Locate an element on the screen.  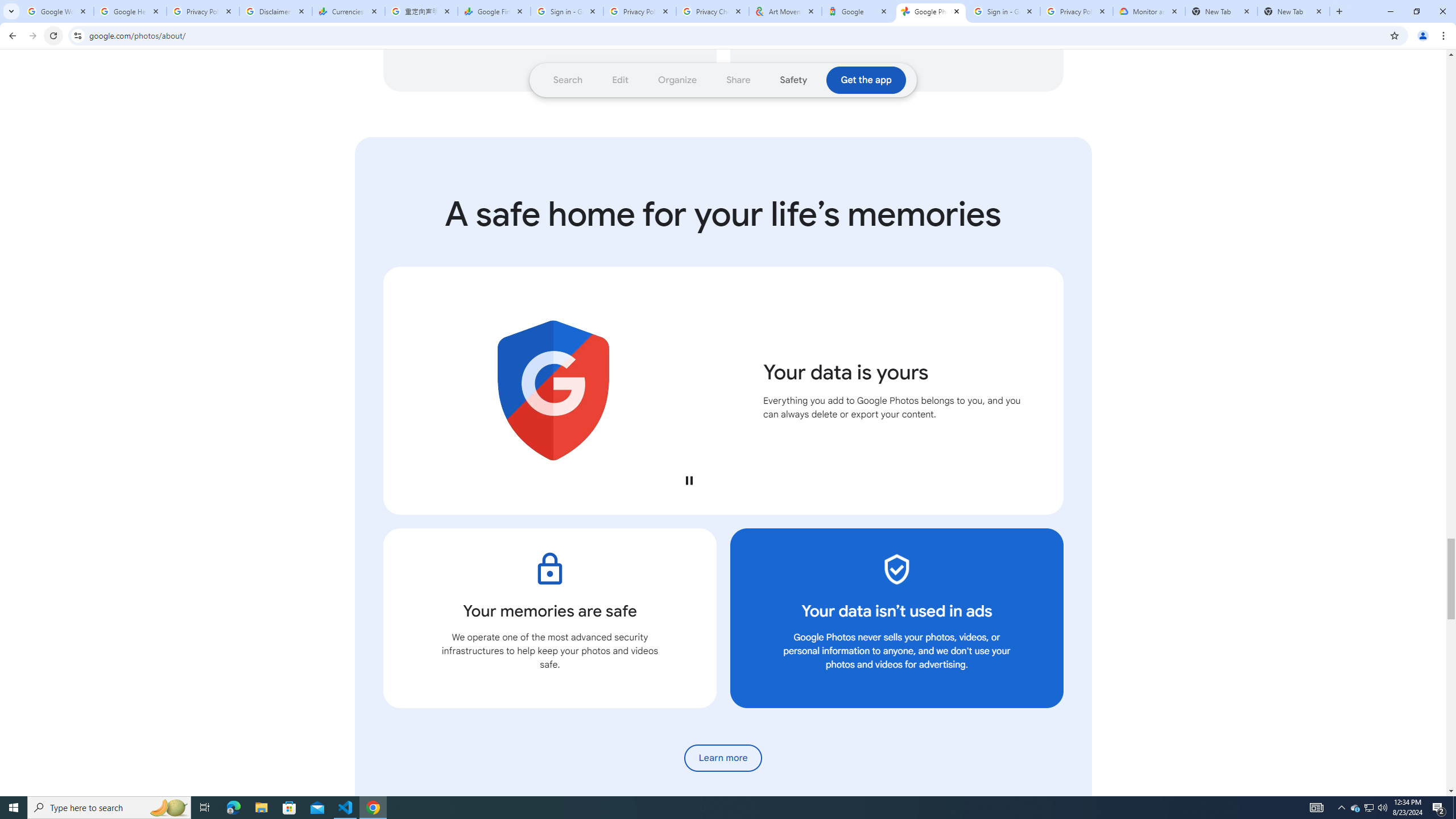
'Padlock icon indicating security. ' is located at coordinates (549, 568).